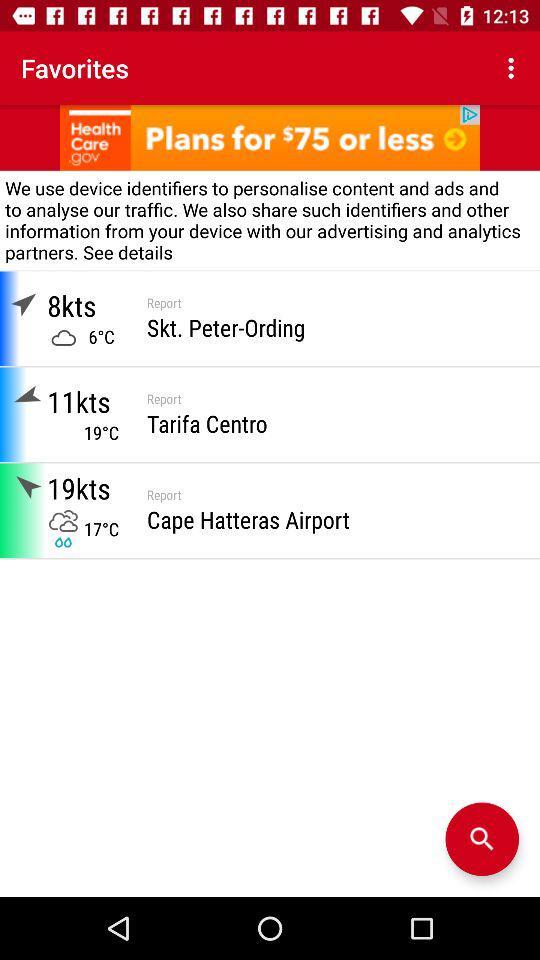  I want to click on search, so click(481, 839).